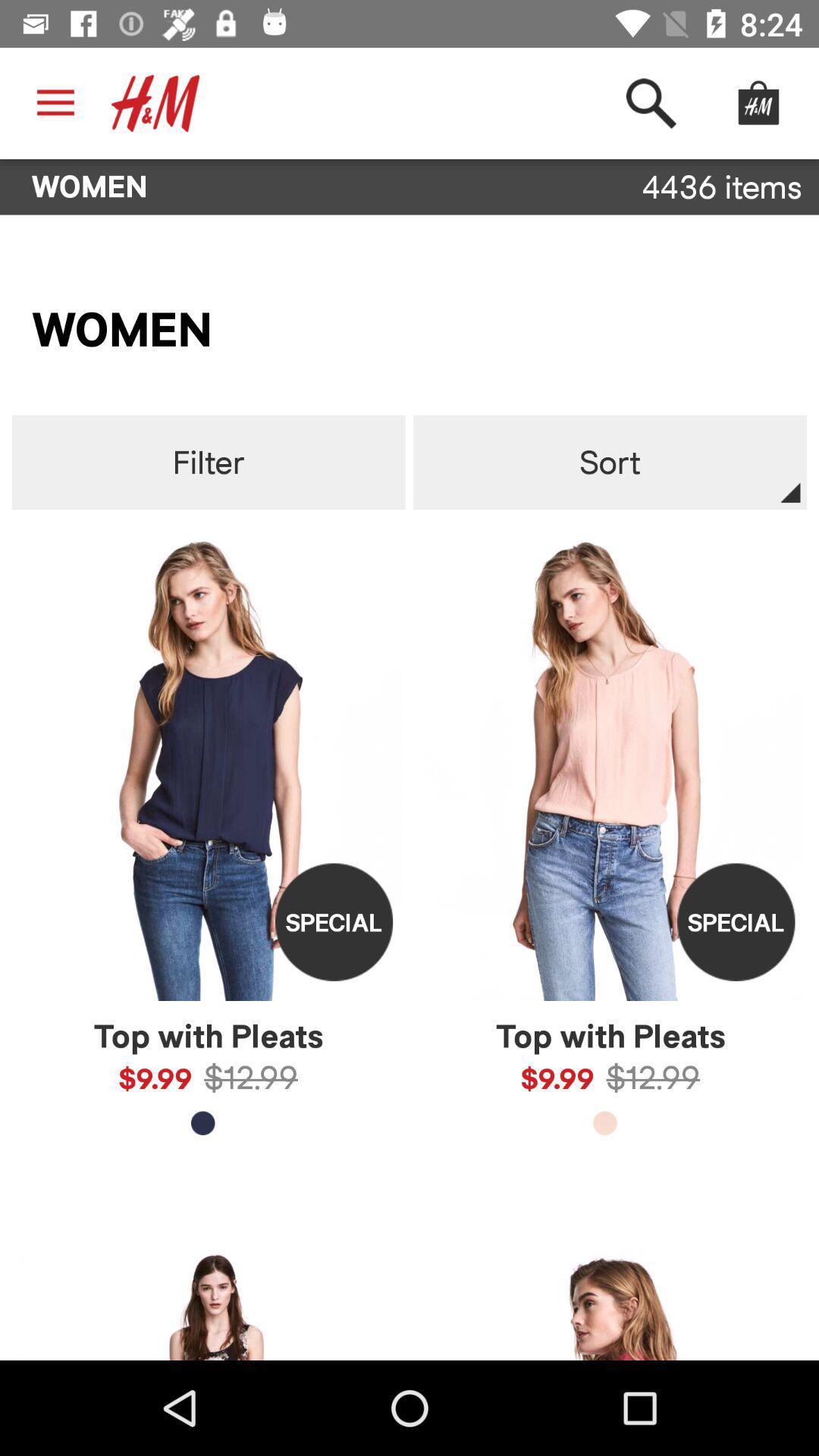 This screenshot has width=819, height=1456. I want to click on the icon above the women item, so click(650, 102).